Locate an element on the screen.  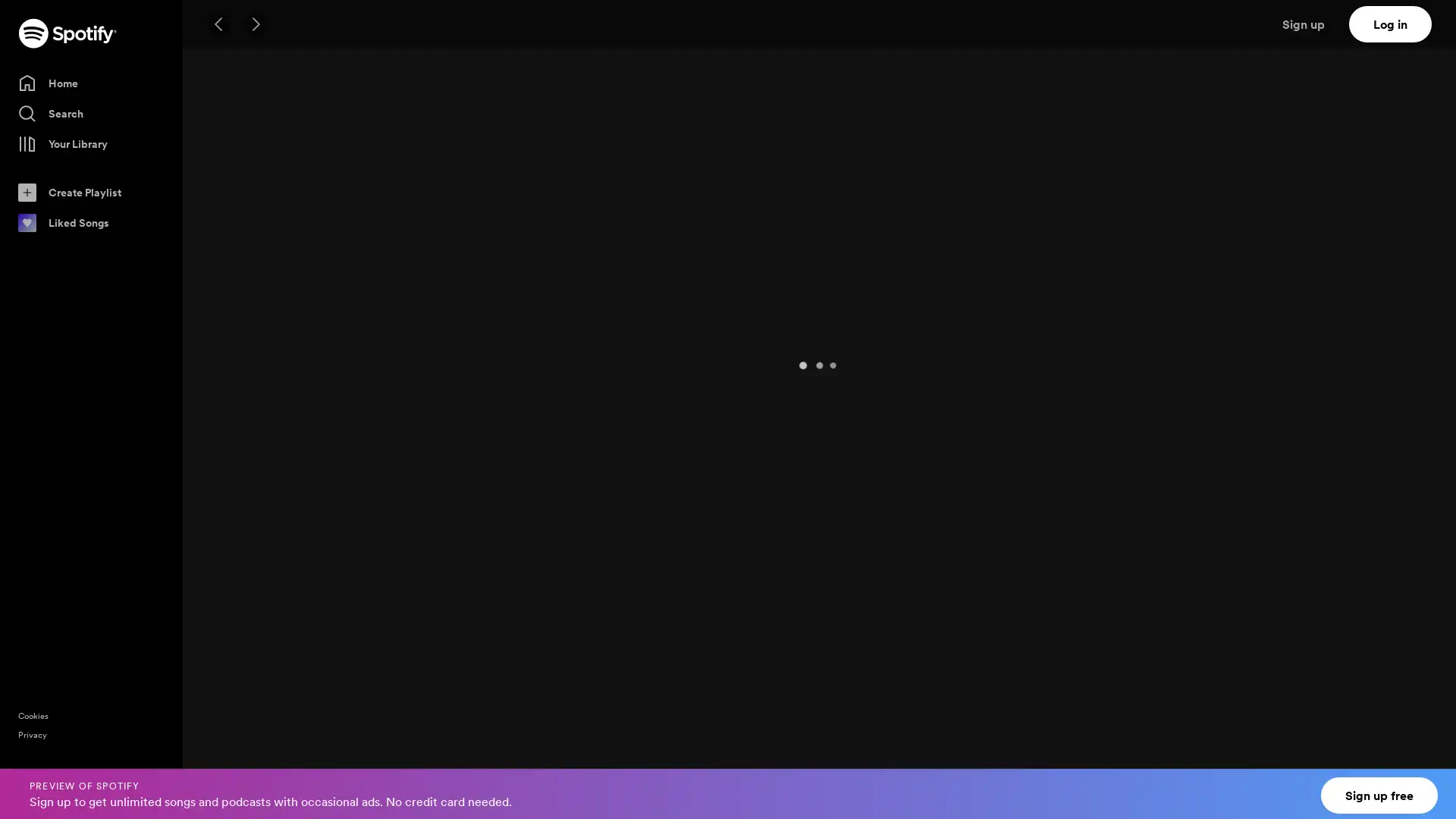
Play Kakashi by ARAGON is located at coordinates (225, 526).